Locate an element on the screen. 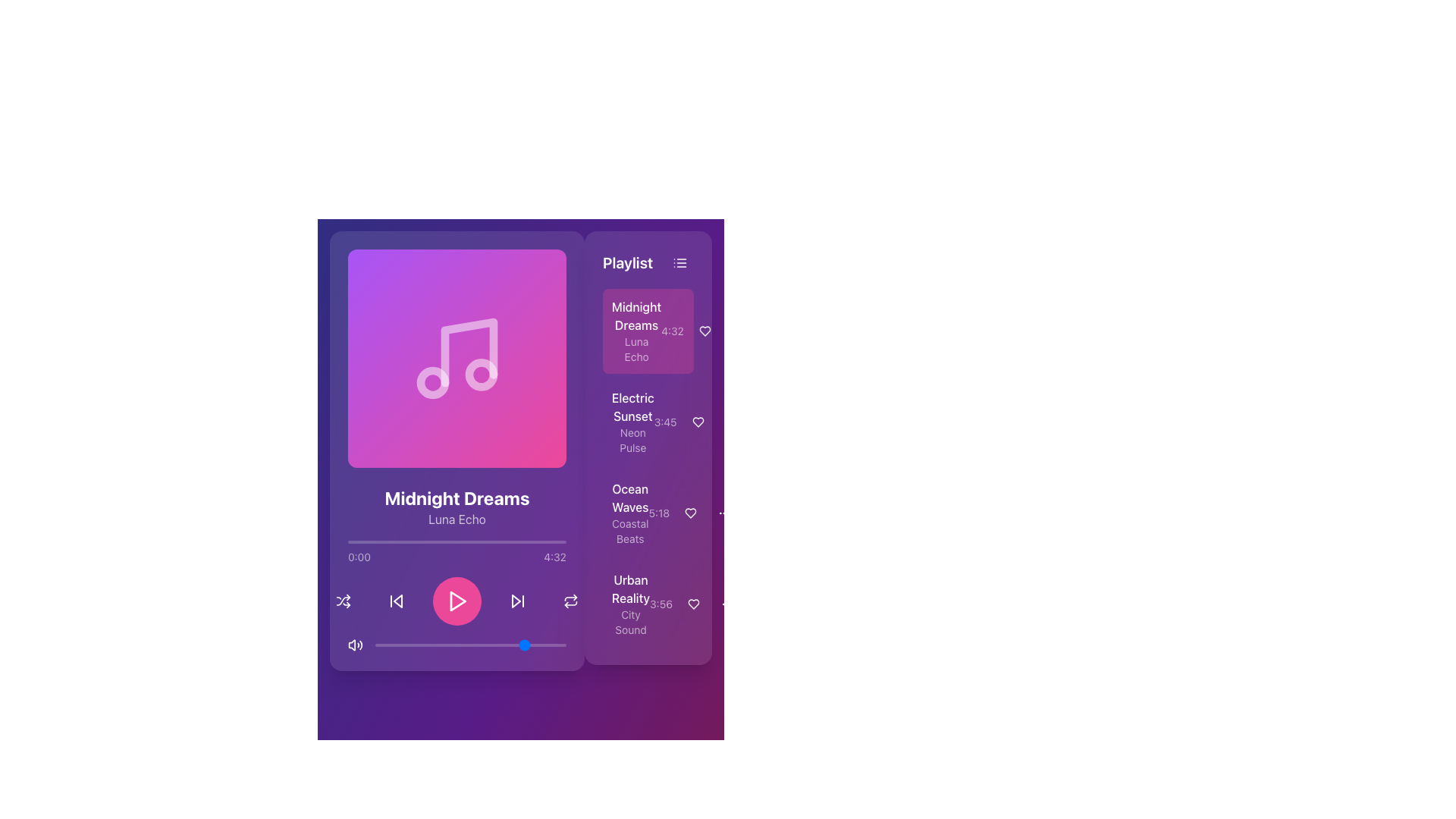 Image resolution: width=1456 pixels, height=819 pixels. the icon button located next to the 'Ocean Waves' track in the playlist panel to like or unlike the track is located at coordinates (690, 513).